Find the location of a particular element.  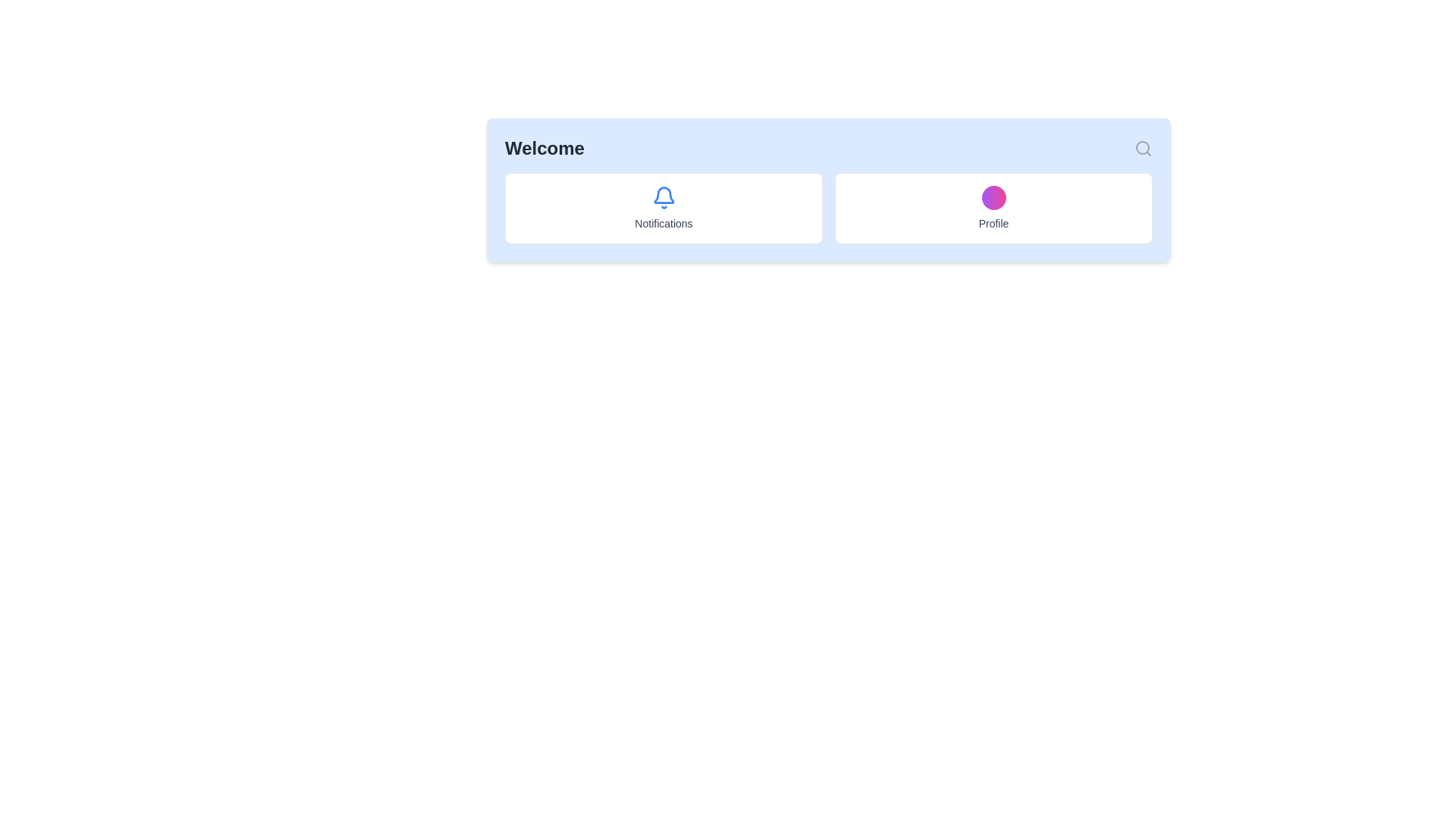

the notification Card element, which is the first item in a horizontally aligned grid layout is located at coordinates (664, 208).